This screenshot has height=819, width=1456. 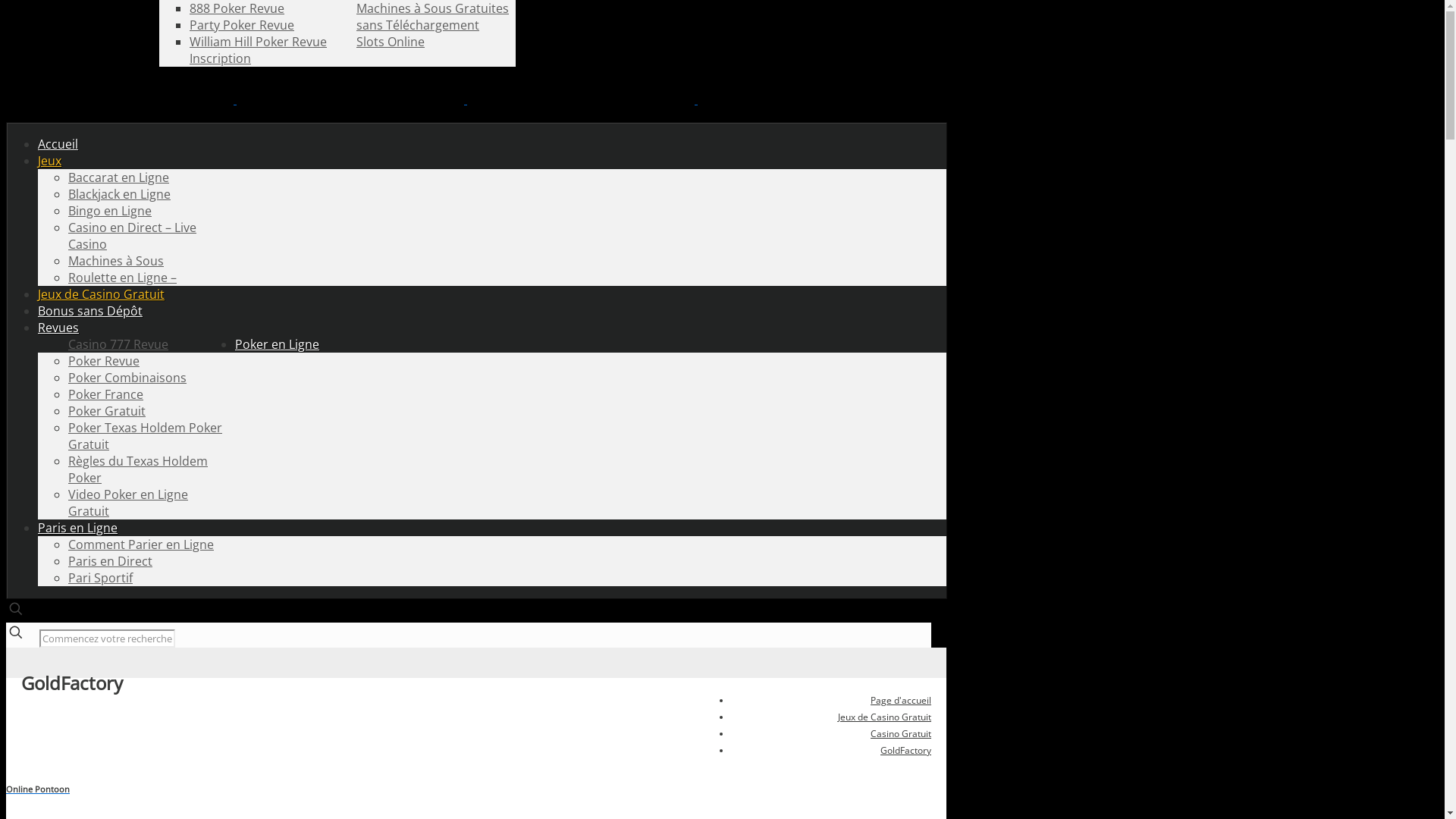 What do you see at coordinates (141, 543) in the screenshot?
I see `'Comment Parier en Ligne'` at bounding box center [141, 543].